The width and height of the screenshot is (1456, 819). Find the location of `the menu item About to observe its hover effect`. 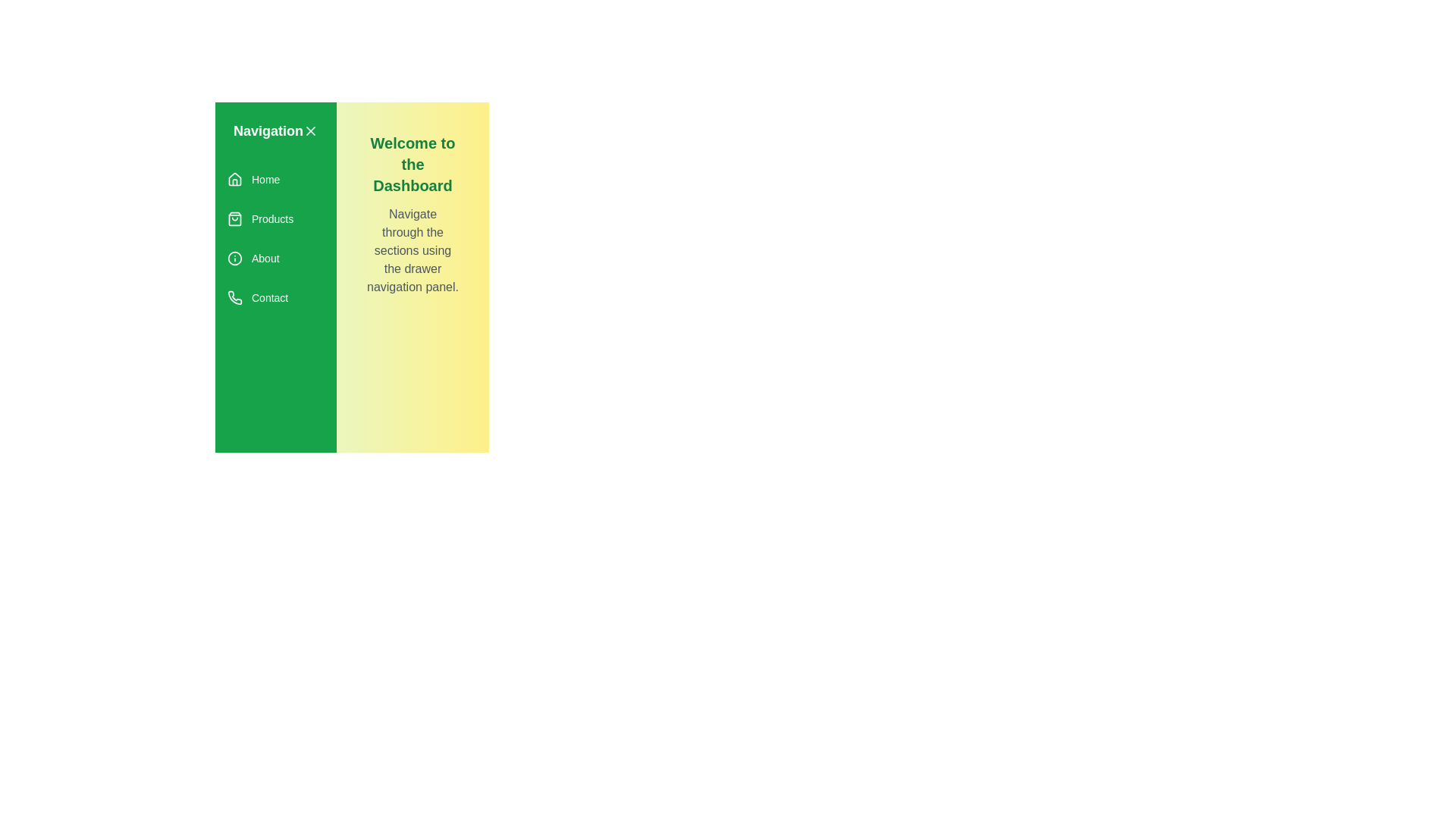

the menu item About to observe its hover effect is located at coordinates (276, 257).